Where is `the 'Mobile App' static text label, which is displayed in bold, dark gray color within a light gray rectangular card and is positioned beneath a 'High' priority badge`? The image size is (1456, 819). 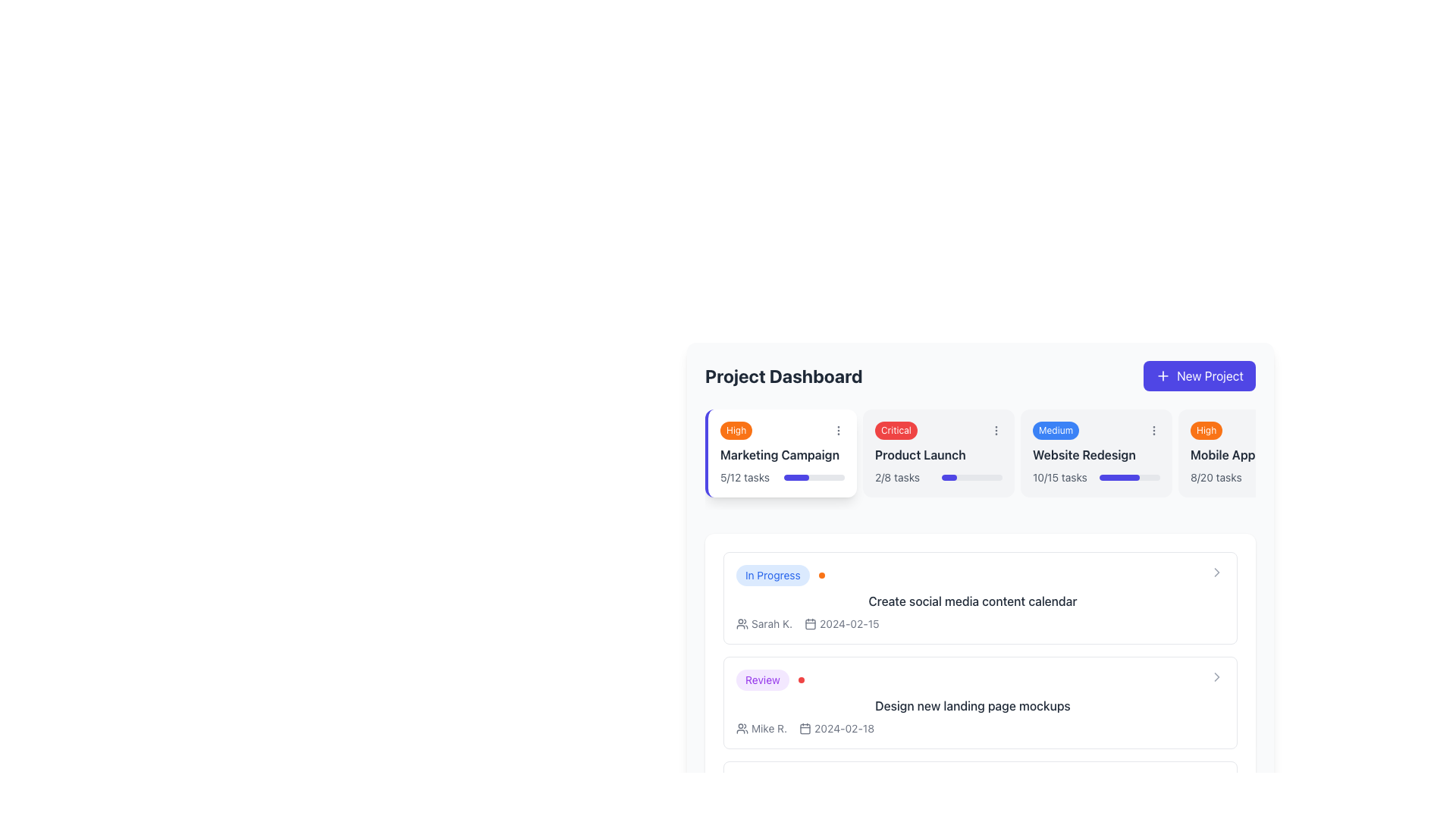 the 'Mobile App' static text label, which is displayed in bold, dark gray color within a light gray rectangular card and is positioned beneath a 'High' priority badge is located at coordinates (1254, 454).